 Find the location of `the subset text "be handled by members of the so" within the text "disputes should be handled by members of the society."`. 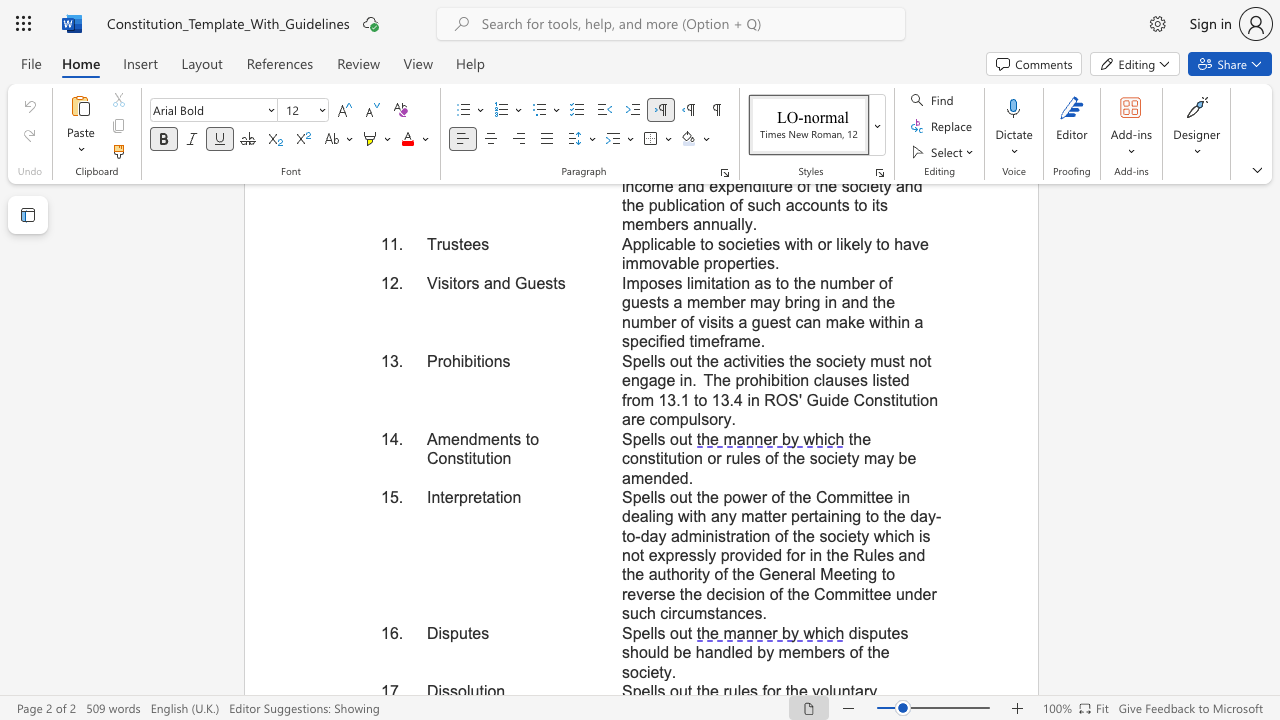

the subset text "be handled by members of the so" within the text "disputes should be handled by members of the society." is located at coordinates (673, 652).